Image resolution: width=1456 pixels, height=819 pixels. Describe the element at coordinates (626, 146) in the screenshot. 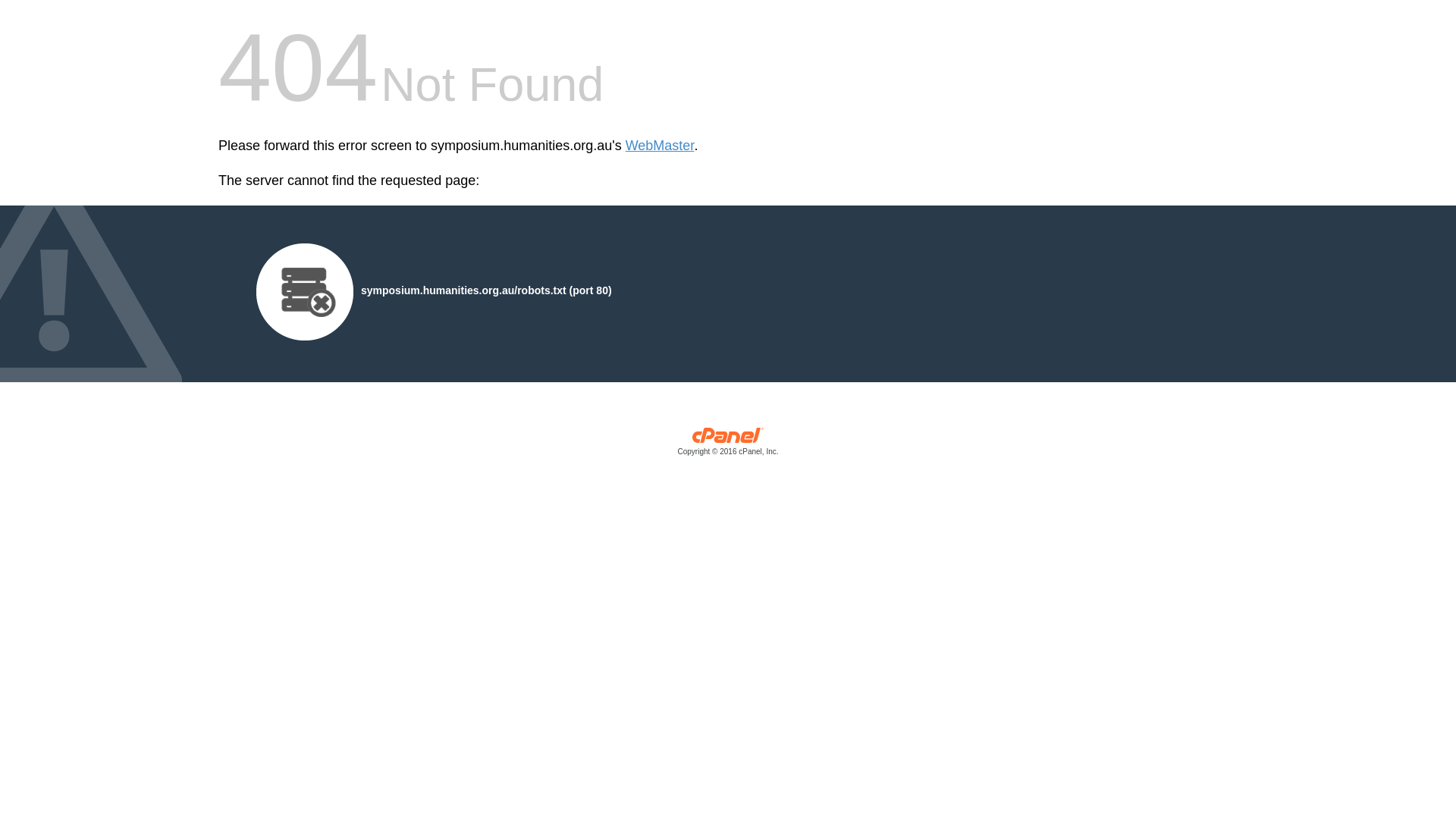

I see `'WebMaster'` at that location.